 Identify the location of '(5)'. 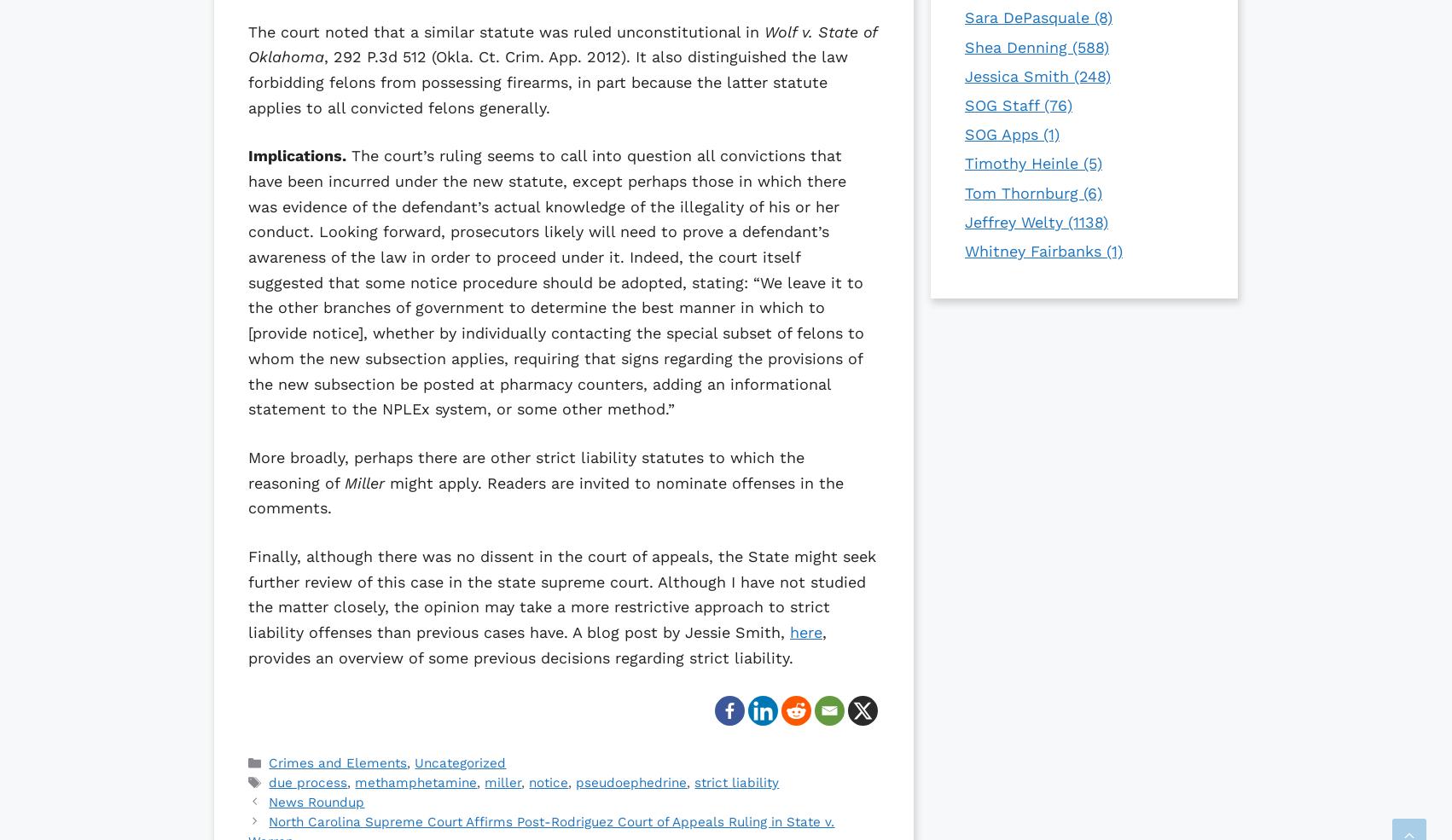
(1091, 163).